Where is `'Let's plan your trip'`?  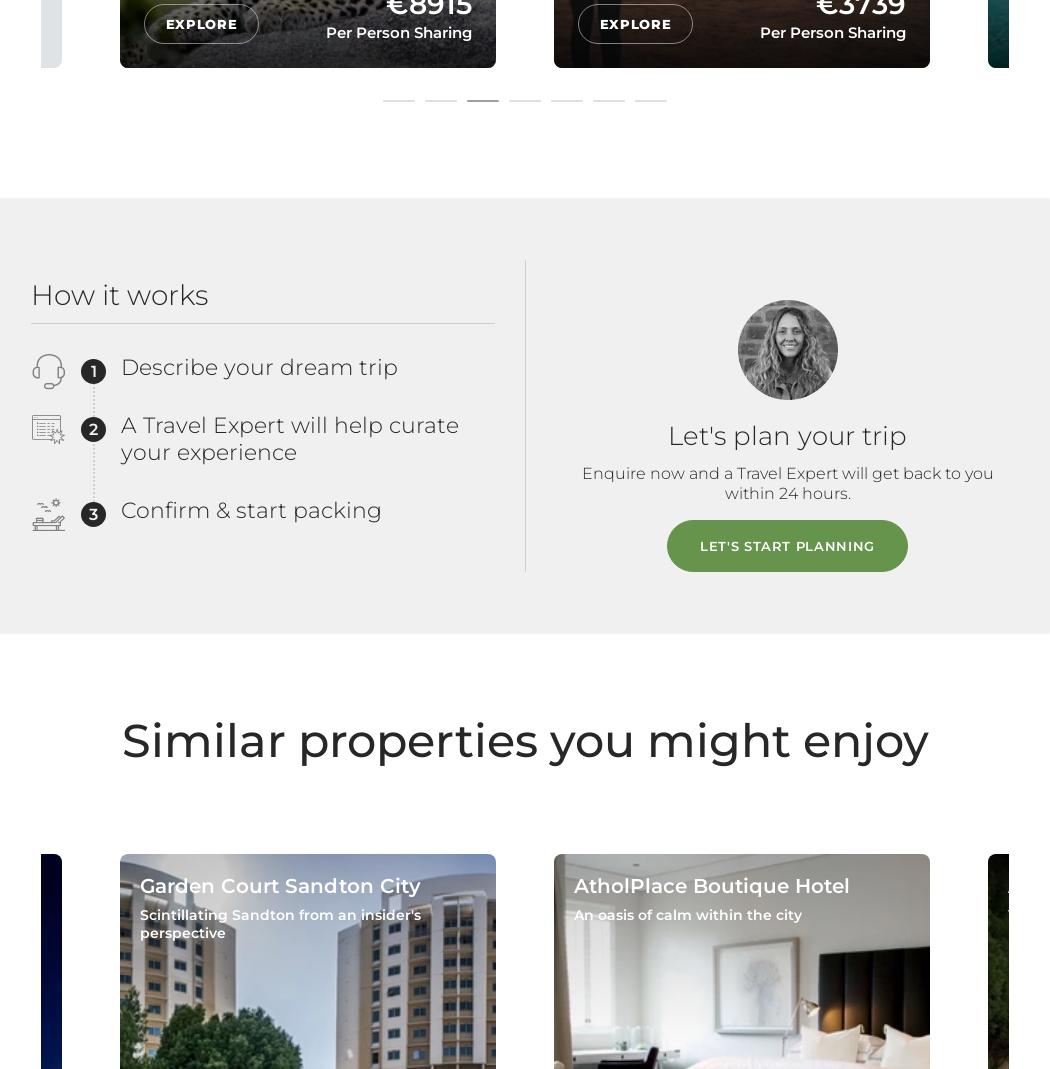 'Let's plan your trip' is located at coordinates (787, 433).